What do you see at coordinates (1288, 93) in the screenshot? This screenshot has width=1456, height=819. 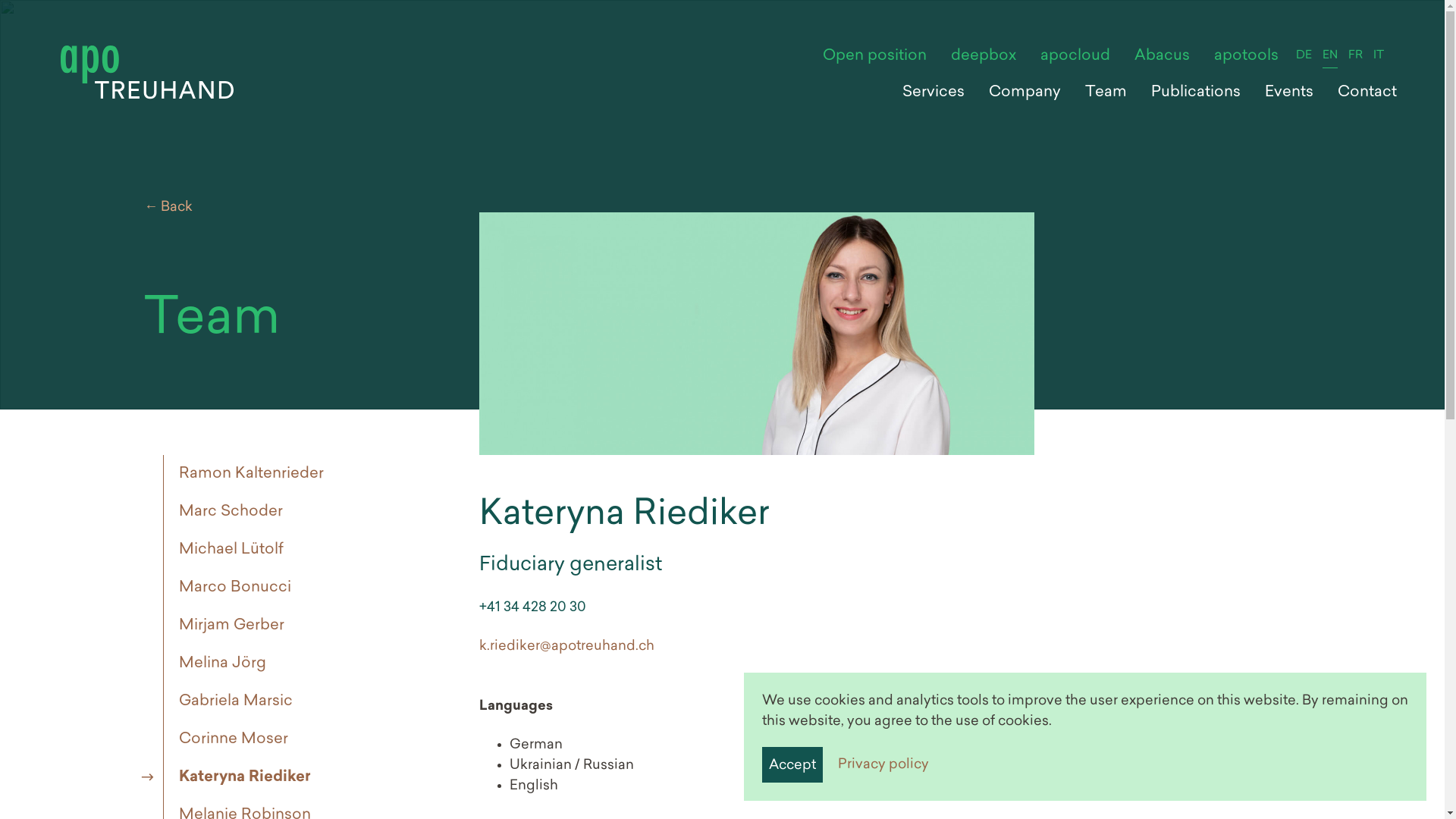 I see `'Events'` at bounding box center [1288, 93].